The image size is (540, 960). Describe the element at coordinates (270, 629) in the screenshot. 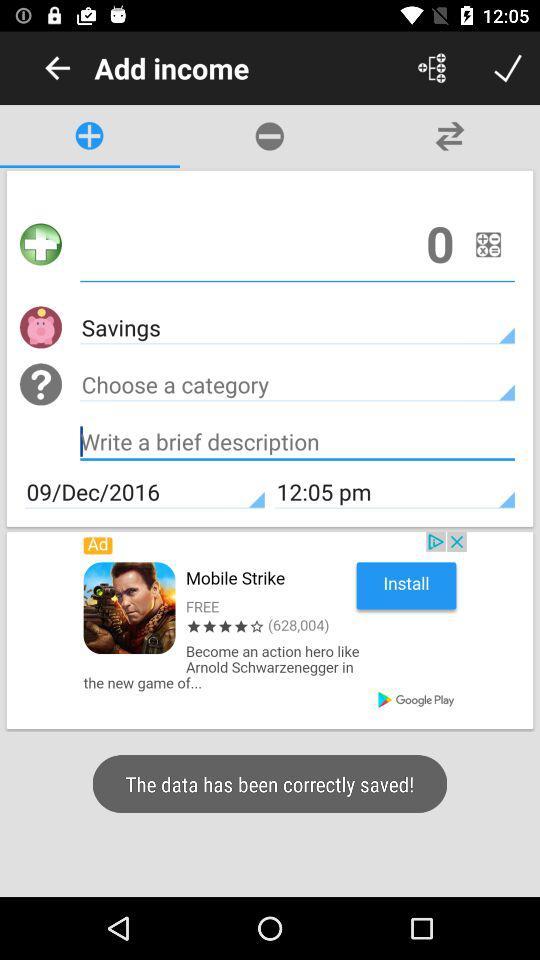

I see `open google play site for mobile strike` at that location.